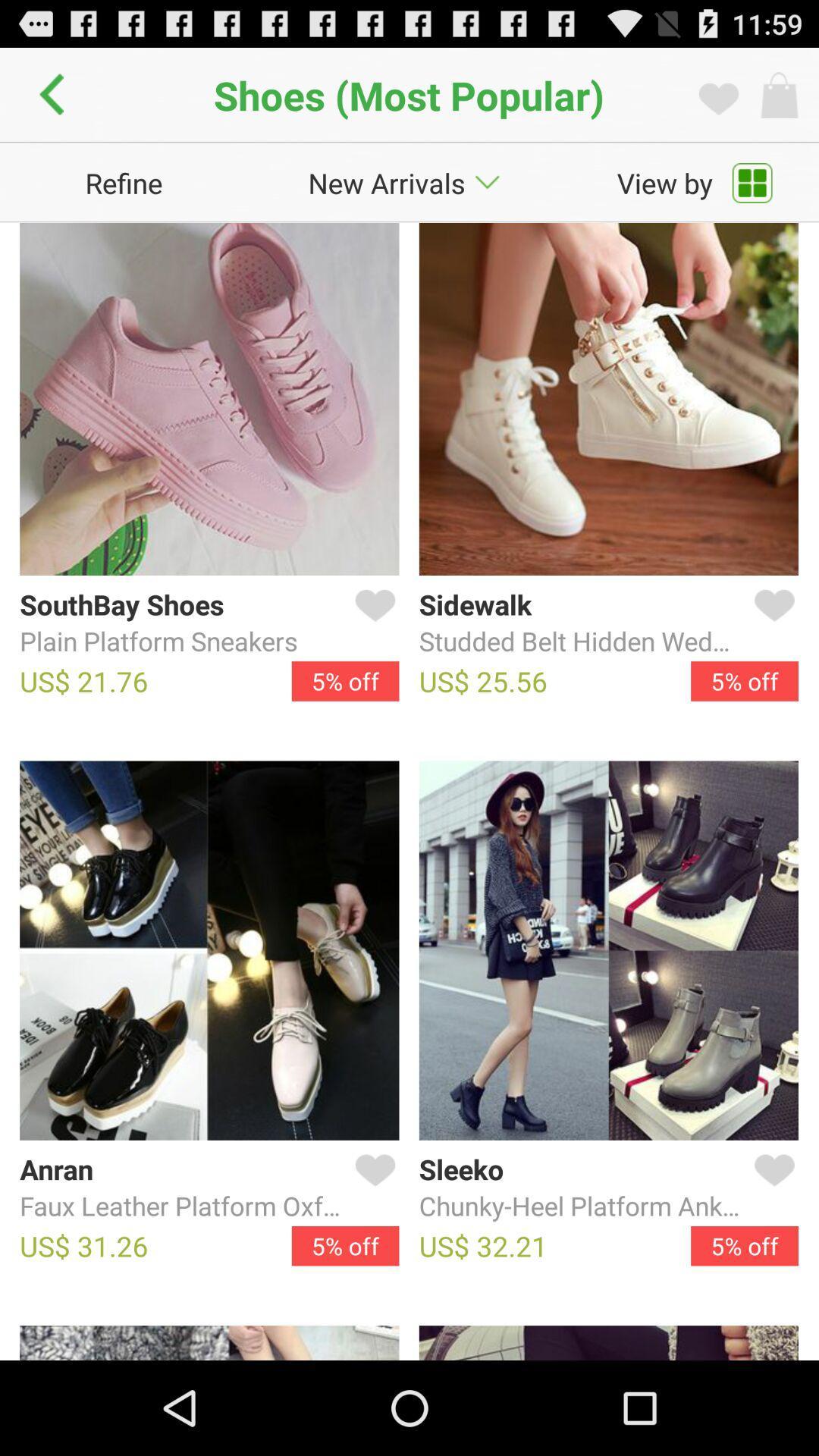 This screenshot has height=1456, width=819. Describe the element at coordinates (55, 94) in the screenshot. I see `icon to the left of shoes (most popular) app` at that location.